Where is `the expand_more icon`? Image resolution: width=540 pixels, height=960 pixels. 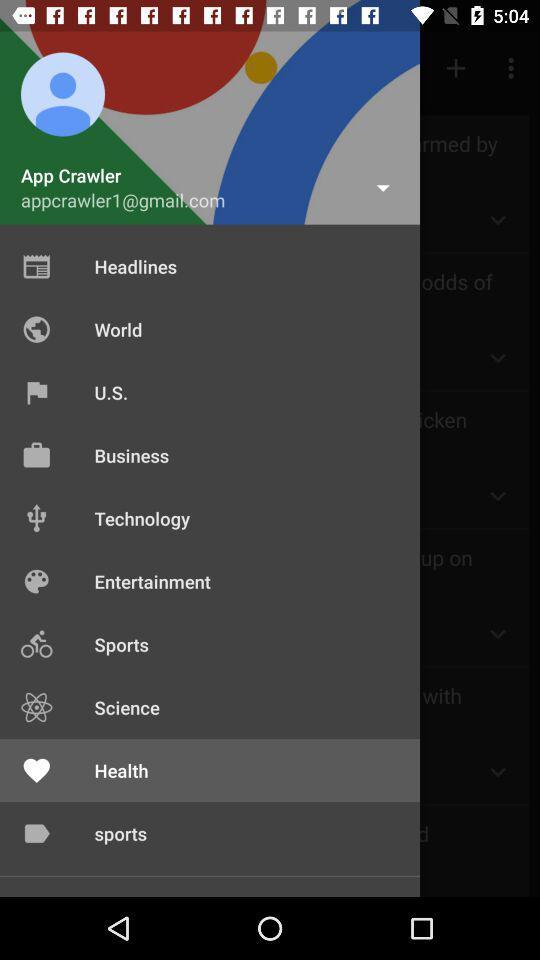 the expand_more icon is located at coordinates (496, 495).